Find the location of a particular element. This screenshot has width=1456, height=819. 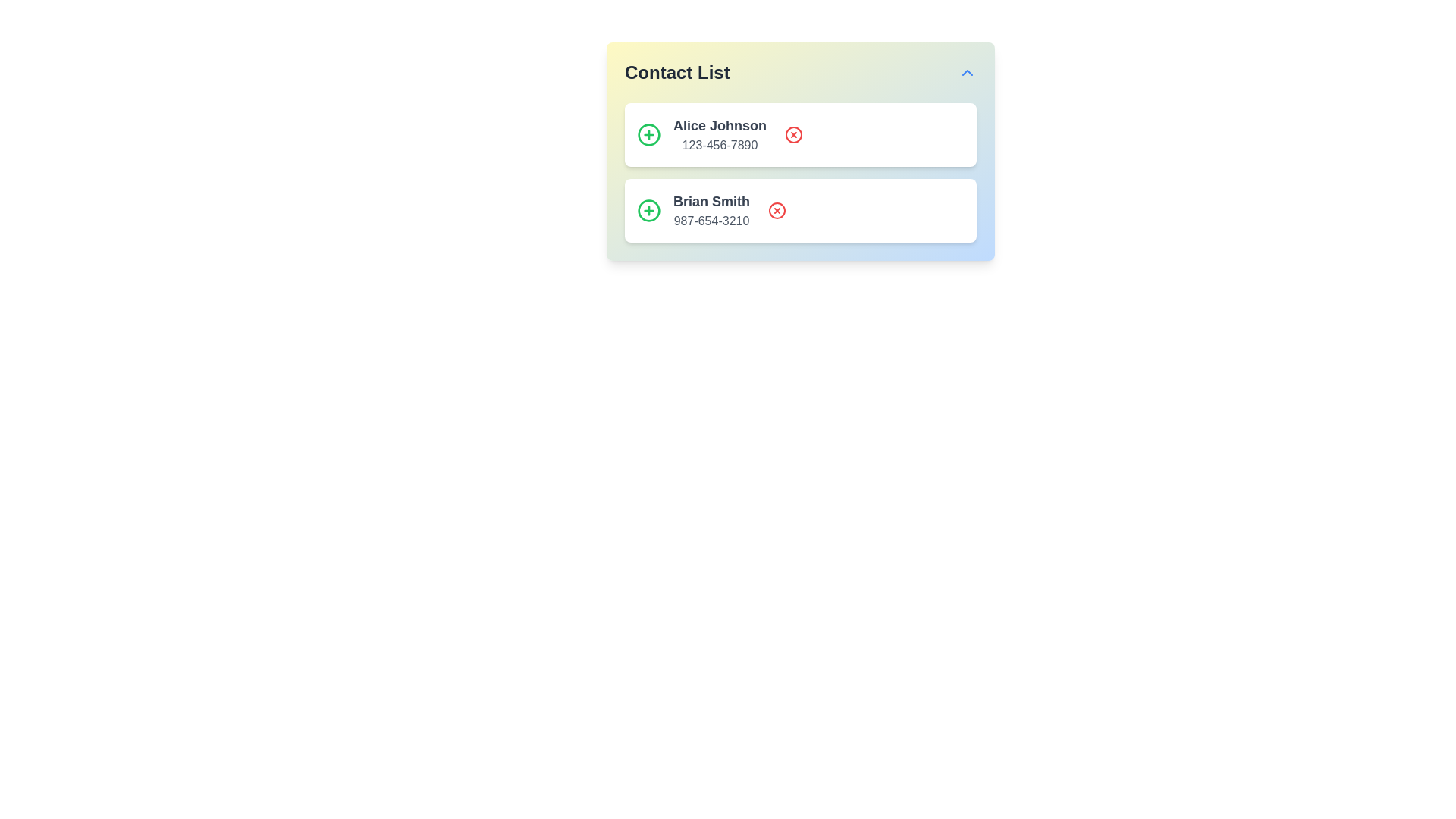

the circular icon button with a green plus symbol located to the left of the contact entry for 'Alice Johnson' is located at coordinates (648, 133).